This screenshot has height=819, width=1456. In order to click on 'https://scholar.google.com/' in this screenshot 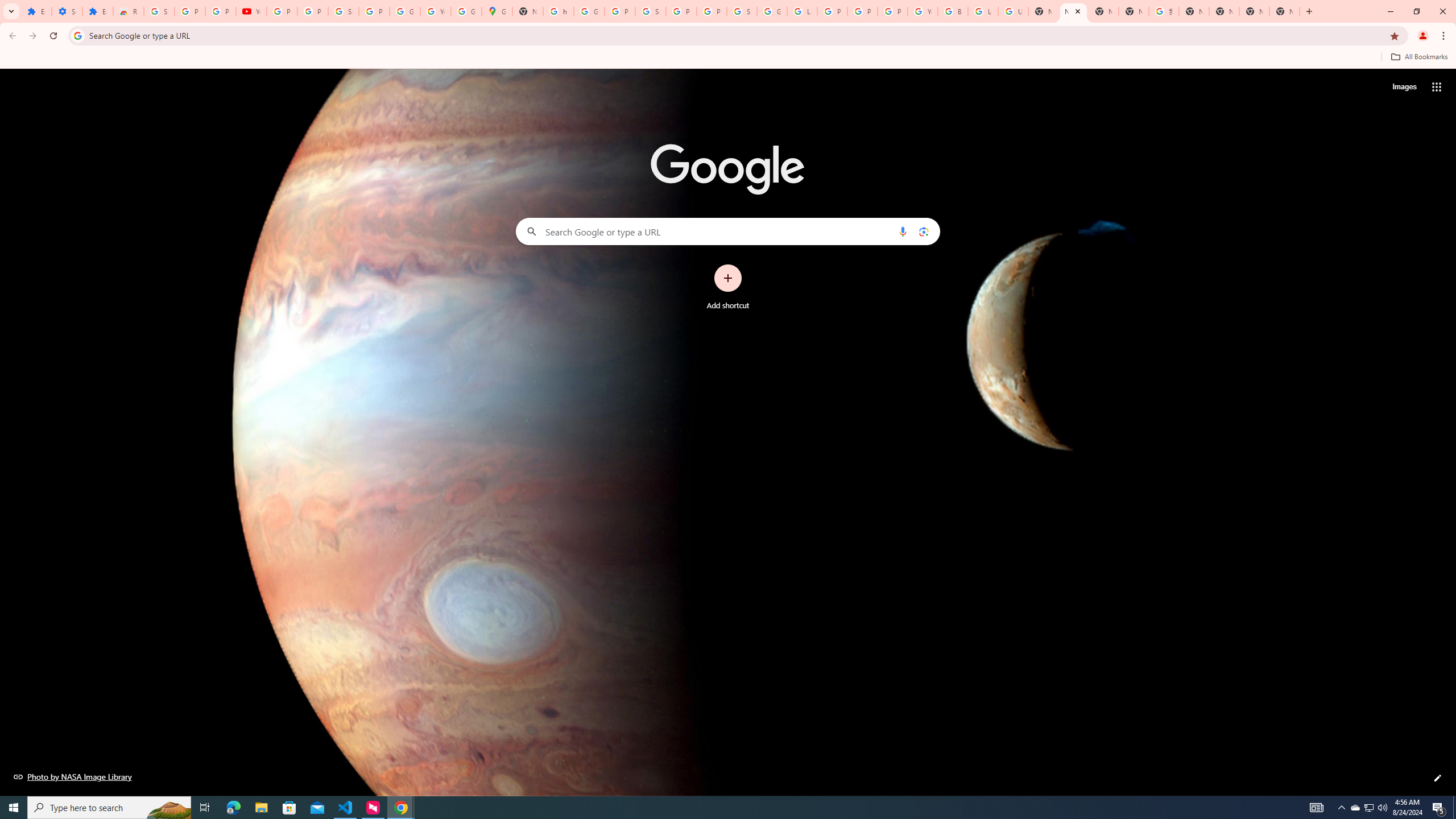, I will do `click(559, 11)`.